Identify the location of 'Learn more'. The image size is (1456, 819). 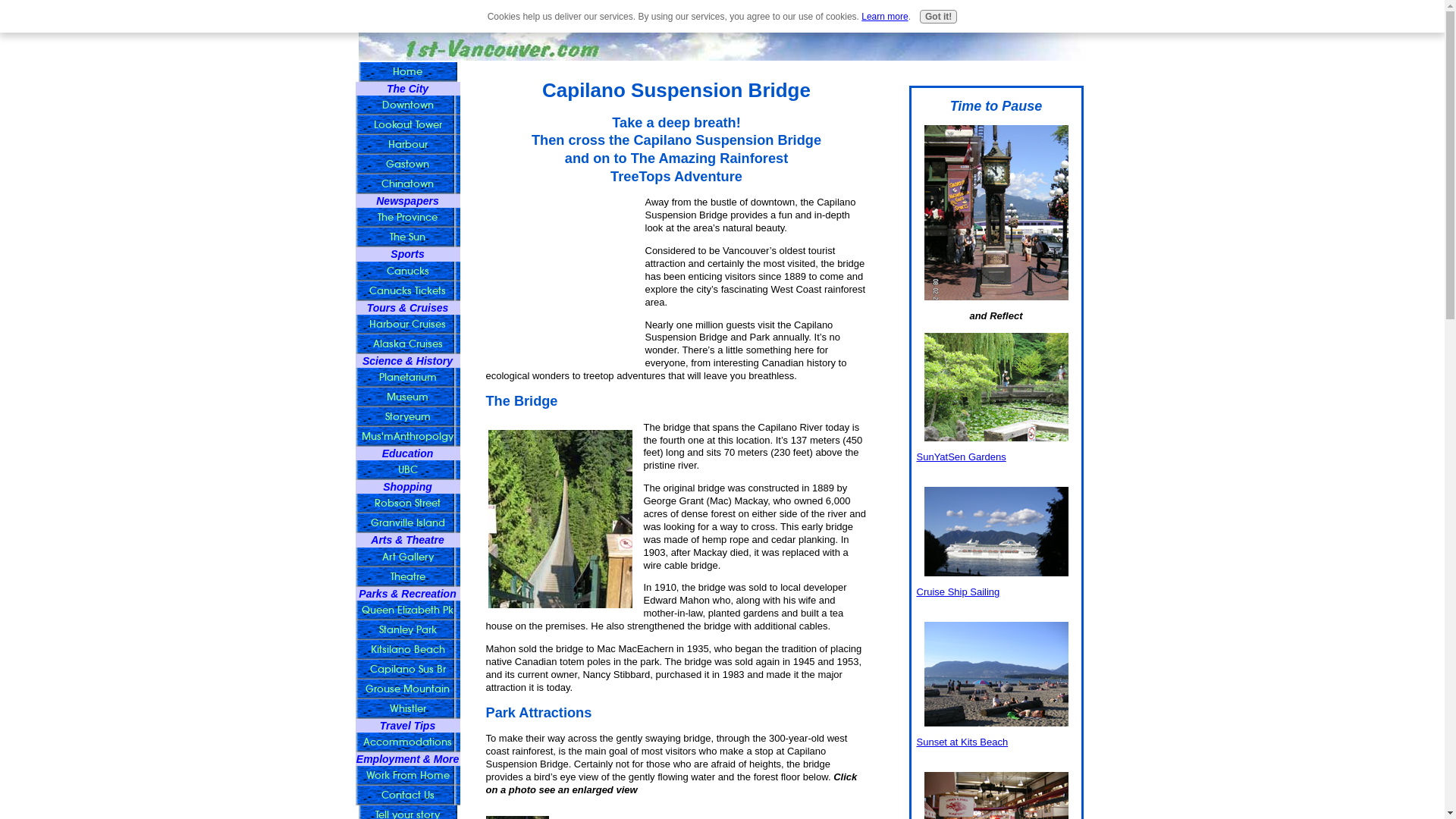
(884, 17).